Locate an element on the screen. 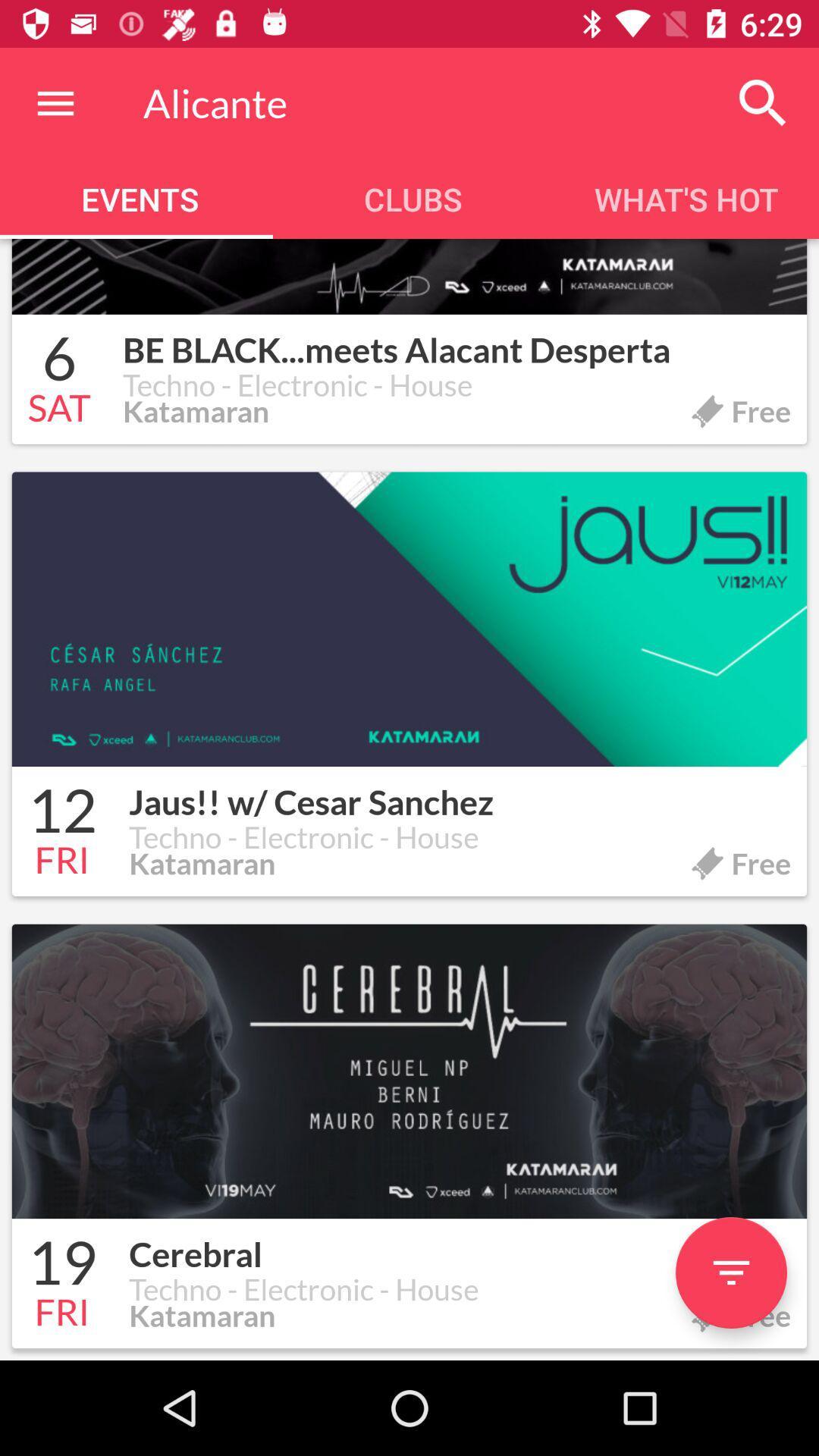 This screenshot has width=819, height=1456. the item to the left of techno - electronic - house is located at coordinates (58, 409).